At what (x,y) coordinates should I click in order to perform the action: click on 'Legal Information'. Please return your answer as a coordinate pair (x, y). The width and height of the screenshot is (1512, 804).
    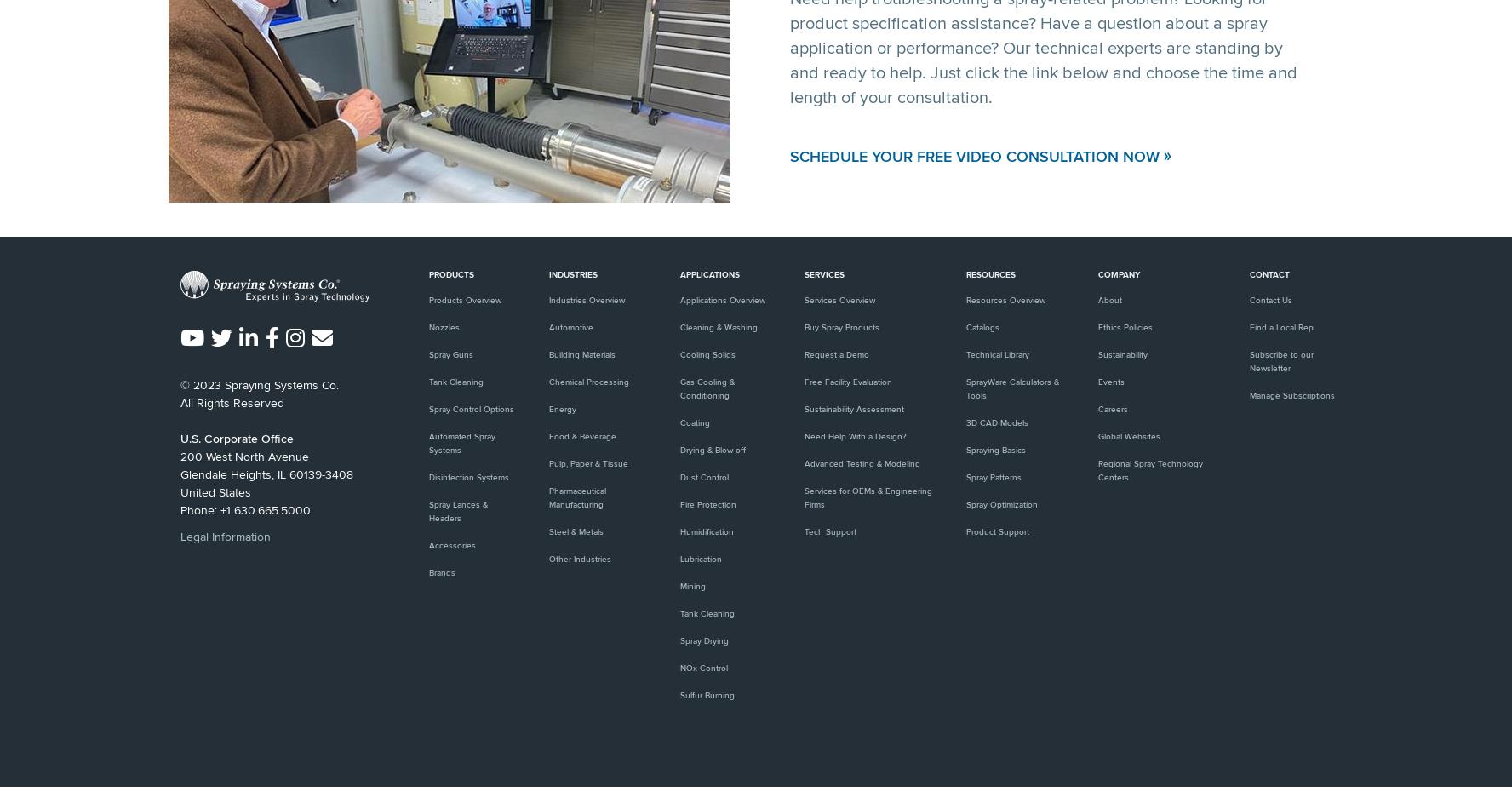
    Looking at the image, I should click on (178, 536).